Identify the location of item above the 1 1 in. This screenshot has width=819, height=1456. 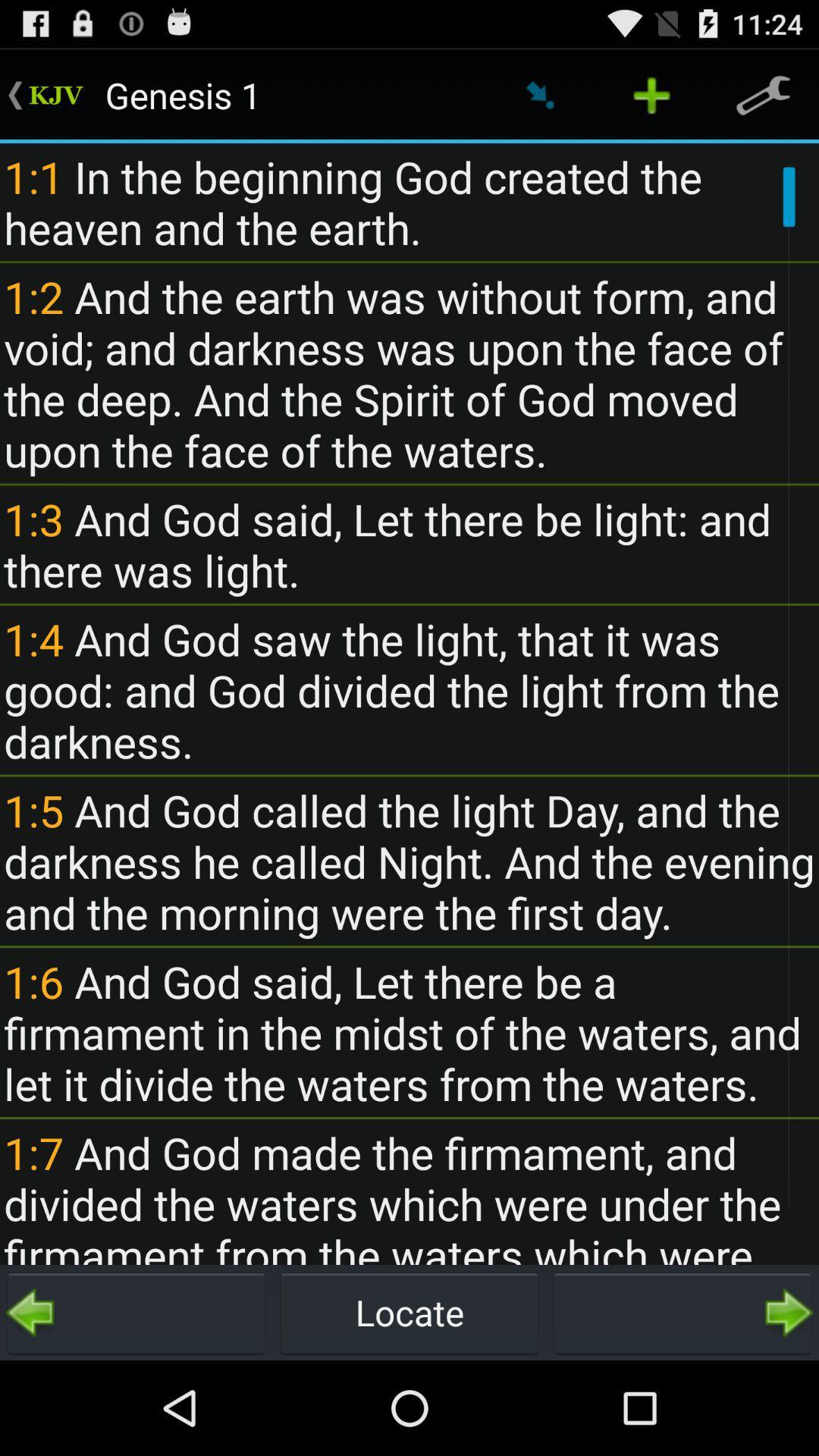
(651, 94).